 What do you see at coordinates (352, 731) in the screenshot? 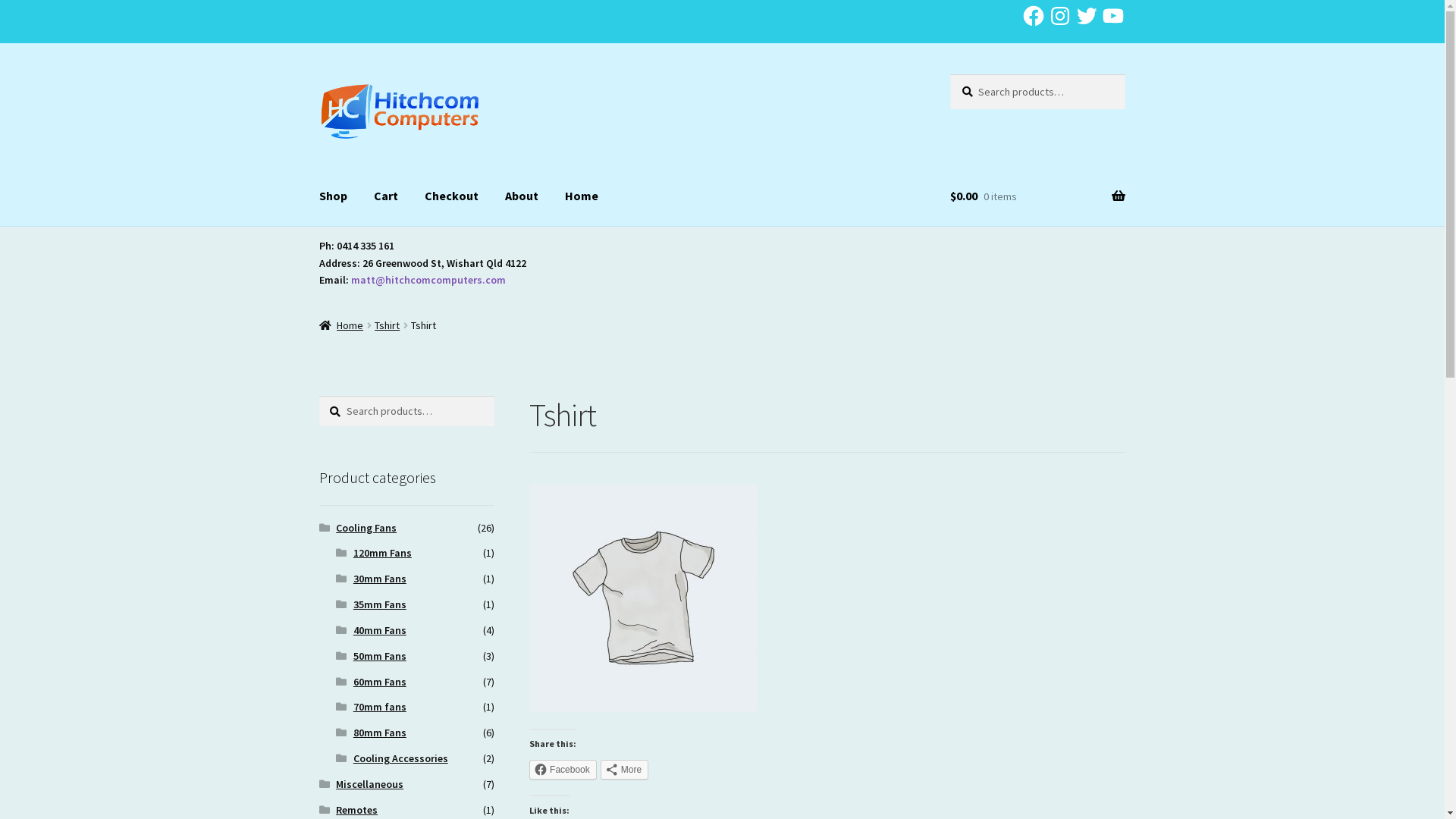
I see `'80mm Fans'` at bounding box center [352, 731].